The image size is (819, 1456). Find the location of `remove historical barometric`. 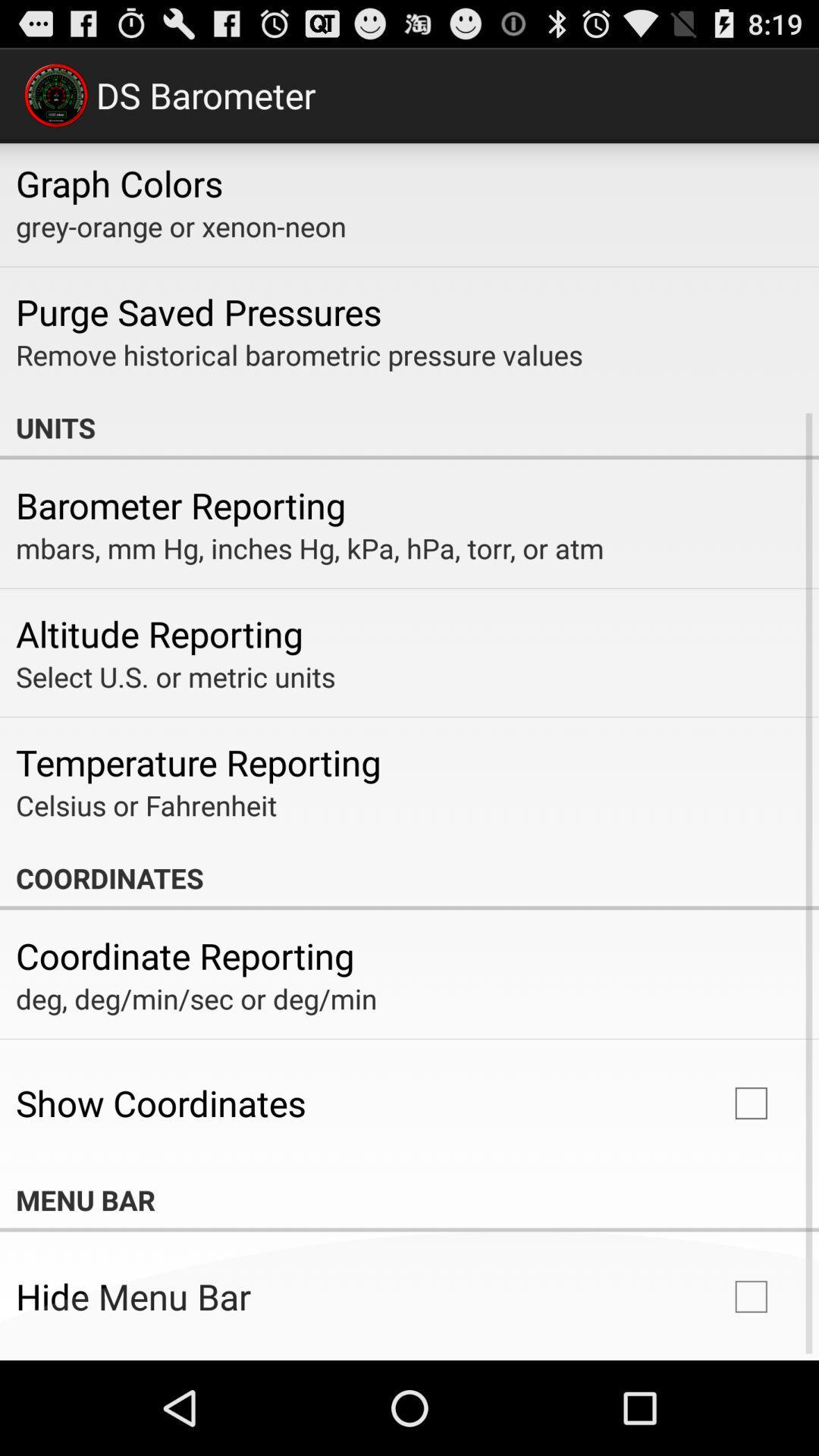

remove historical barometric is located at coordinates (299, 353).